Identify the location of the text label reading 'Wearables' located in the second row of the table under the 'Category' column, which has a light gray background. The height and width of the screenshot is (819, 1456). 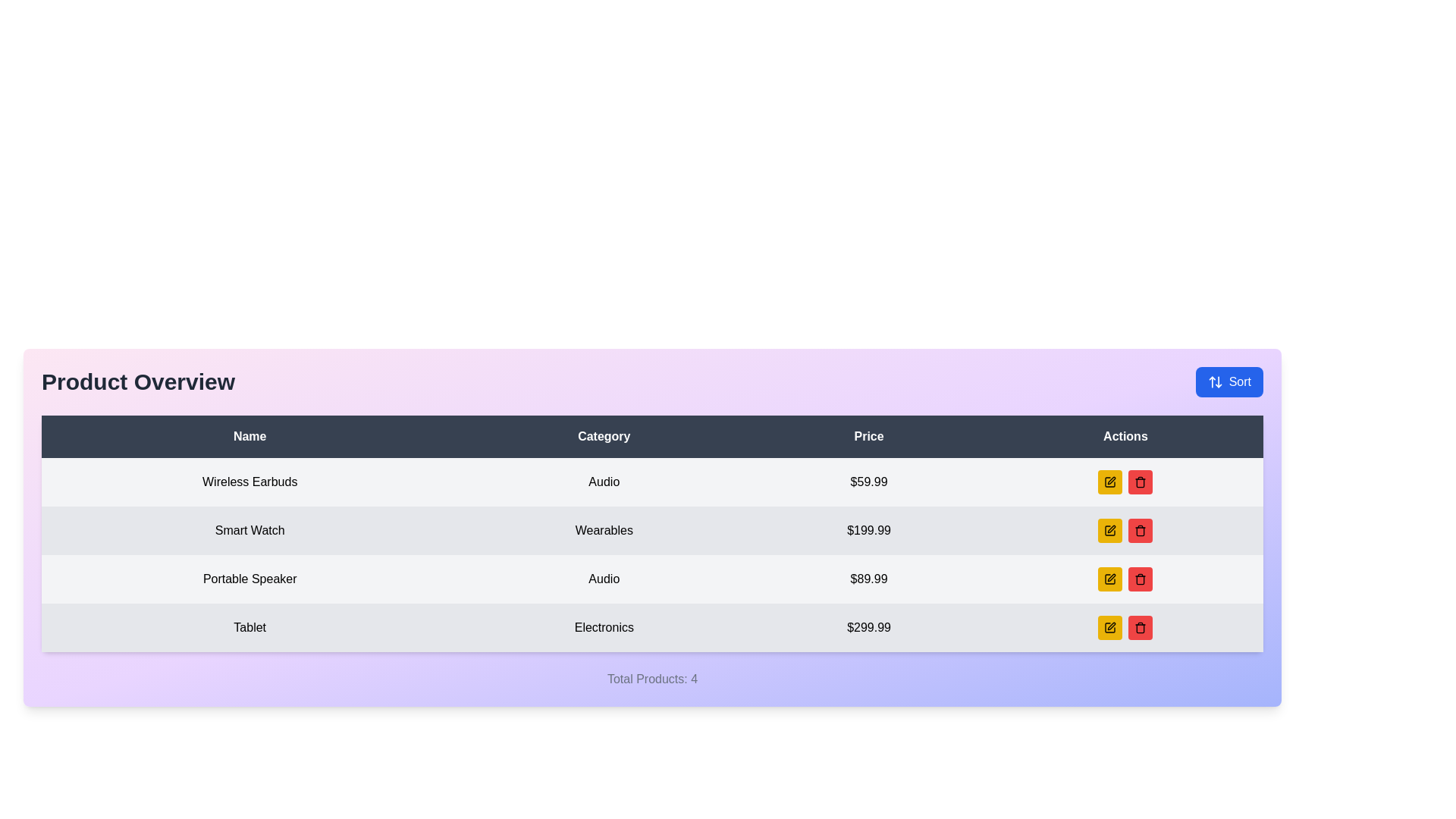
(603, 529).